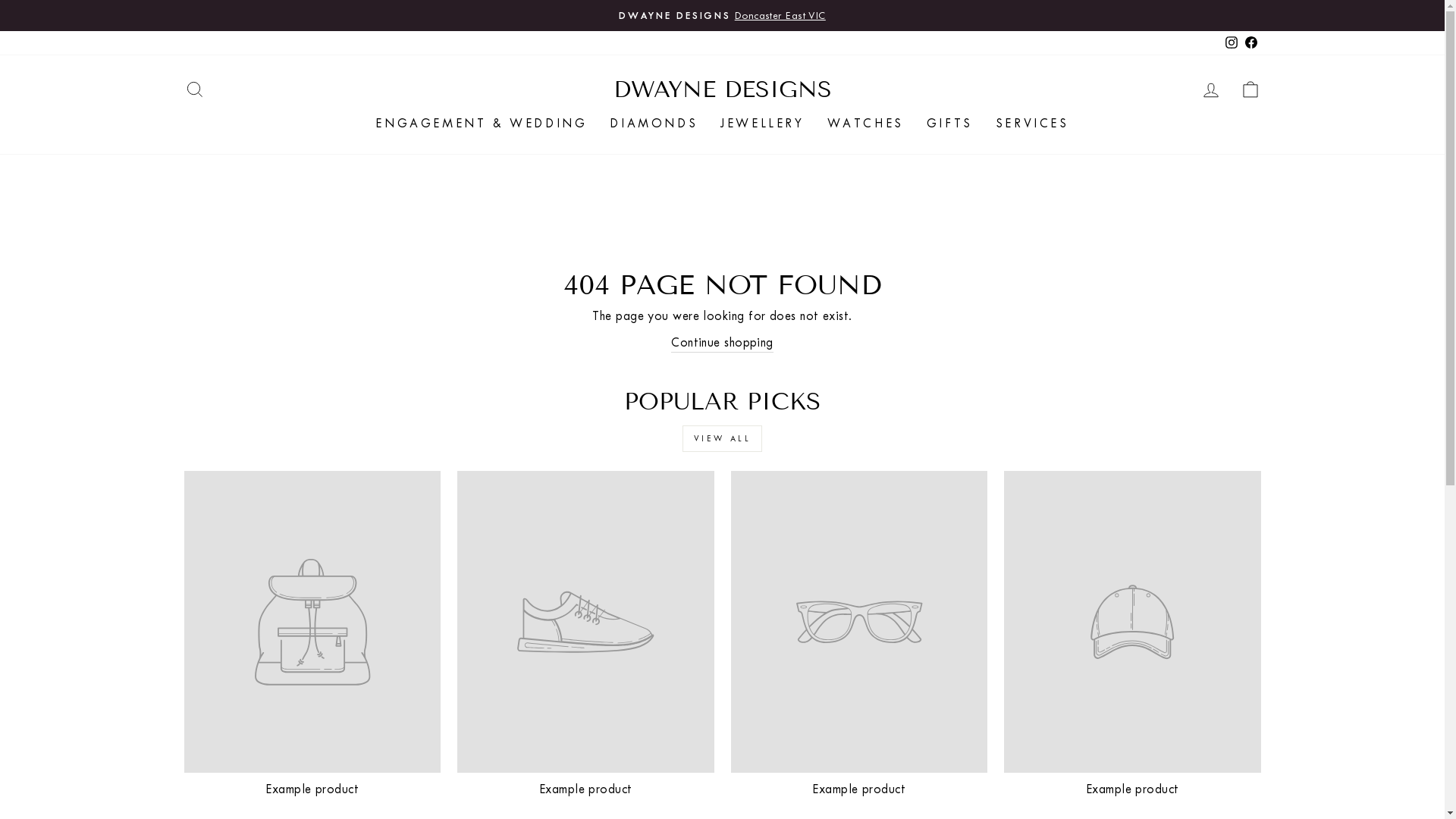 The width and height of the screenshot is (1456, 819). I want to click on 'JEWELLERY', so click(761, 122).